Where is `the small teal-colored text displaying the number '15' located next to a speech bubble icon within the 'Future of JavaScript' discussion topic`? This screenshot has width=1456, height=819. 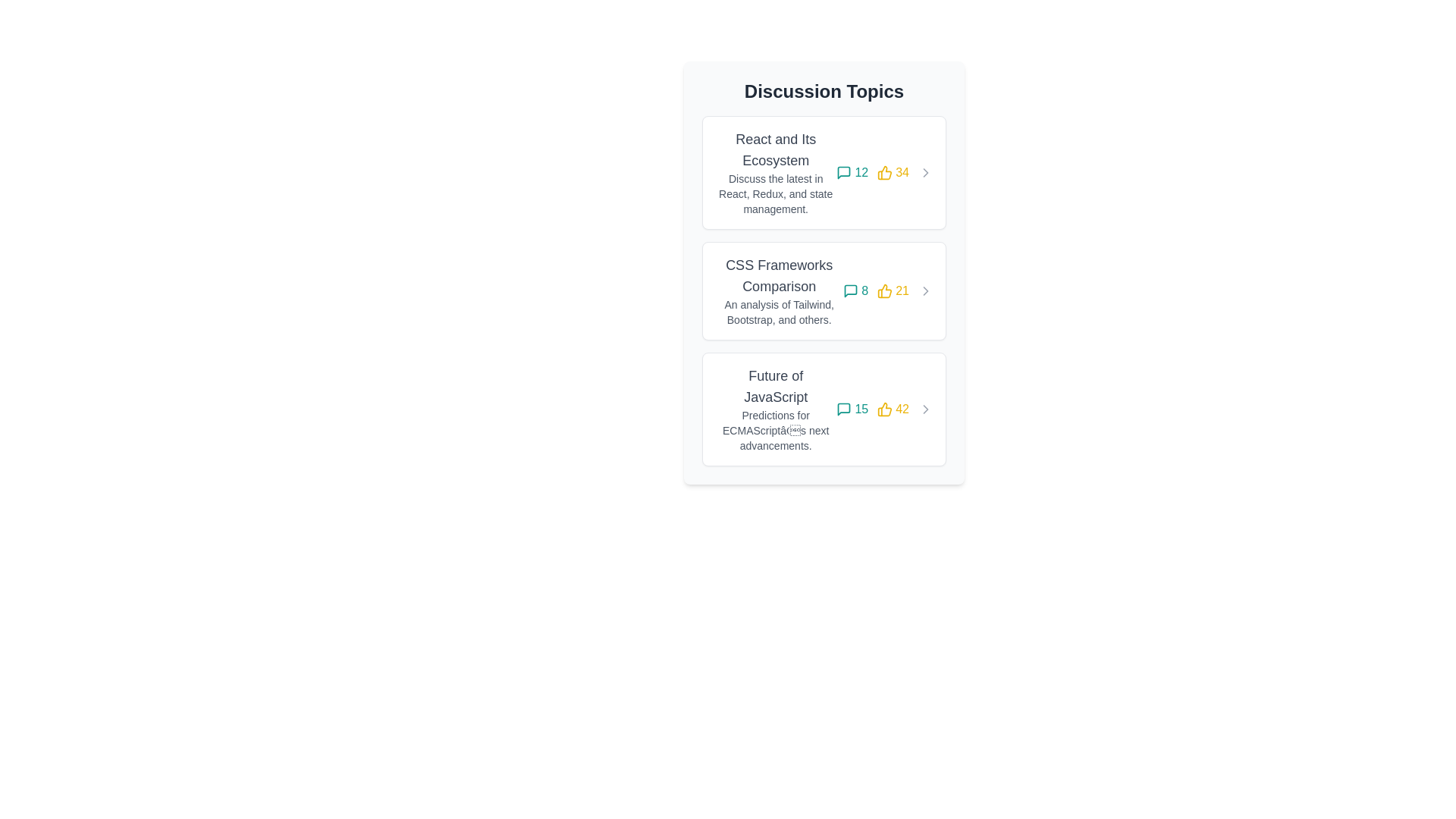
the small teal-colored text displaying the number '15' located next to a speech bubble icon within the 'Future of JavaScript' discussion topic is located at coordinates (852, 409).